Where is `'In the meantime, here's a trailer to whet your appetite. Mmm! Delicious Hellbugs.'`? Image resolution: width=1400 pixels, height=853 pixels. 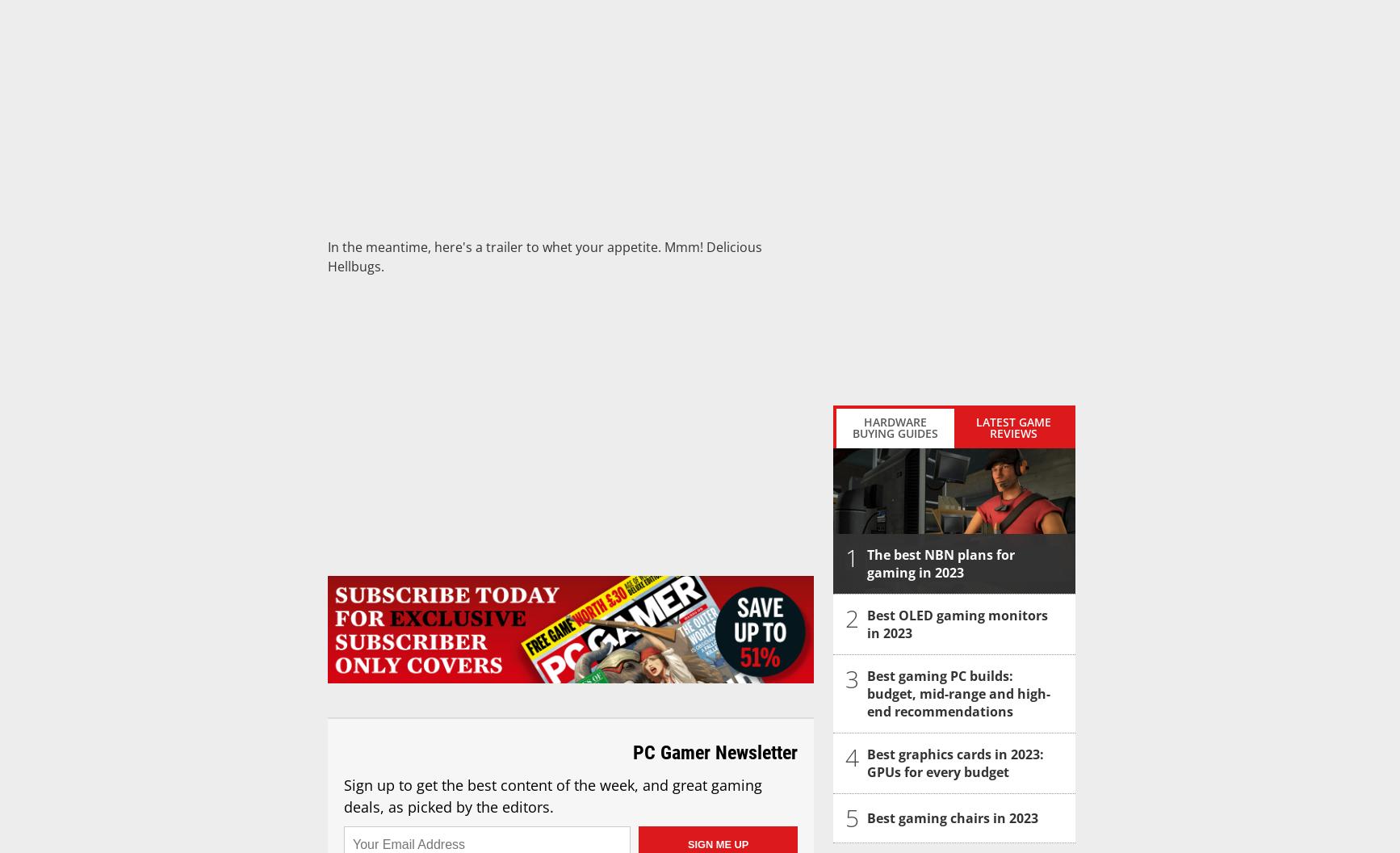
'In the meantime, here's a trailer to whet your appetite. Mmm! Delicious Hellbugs.' is located at coordinates (544, 256).